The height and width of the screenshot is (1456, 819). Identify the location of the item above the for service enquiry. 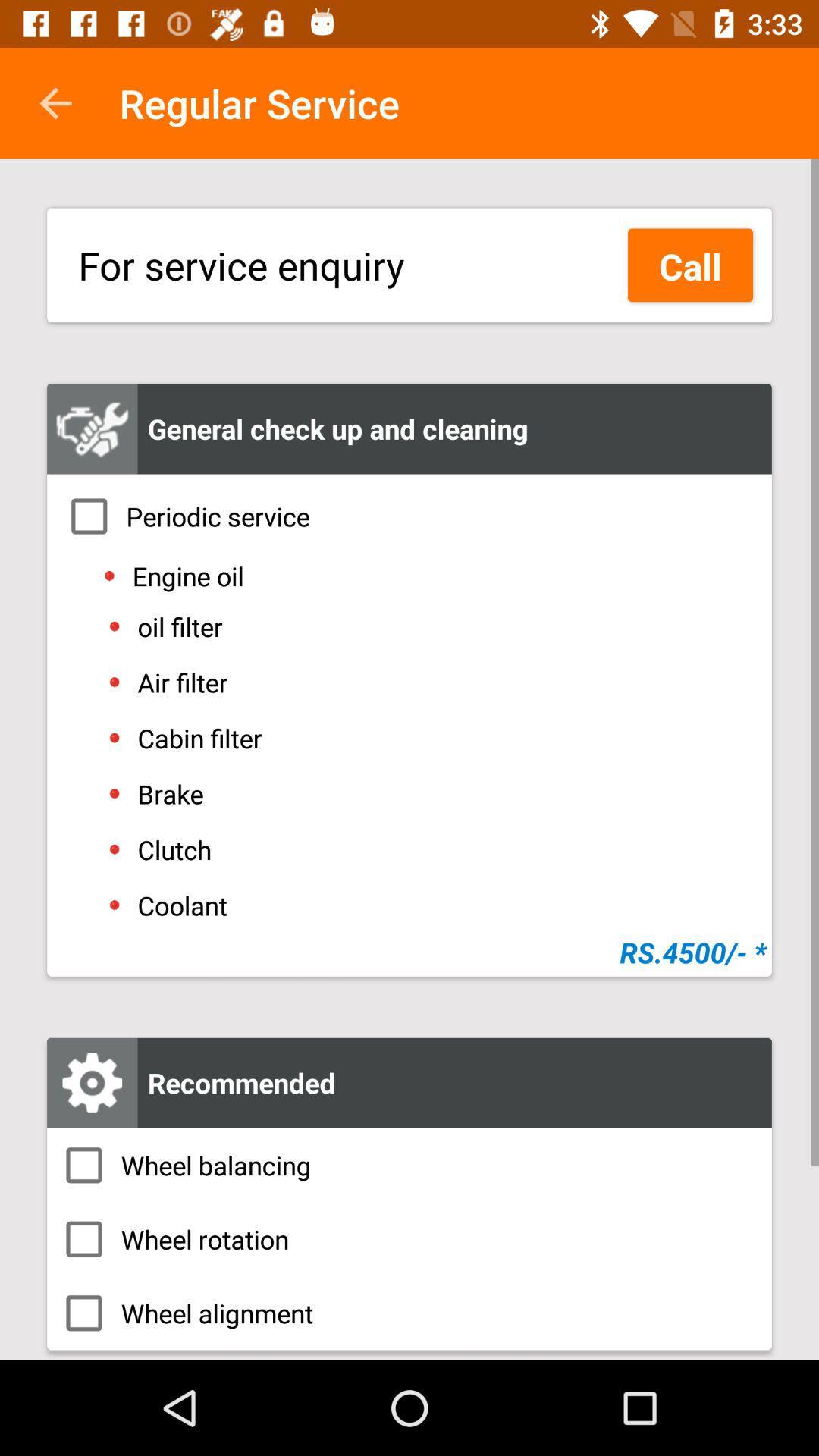
(55, 102).